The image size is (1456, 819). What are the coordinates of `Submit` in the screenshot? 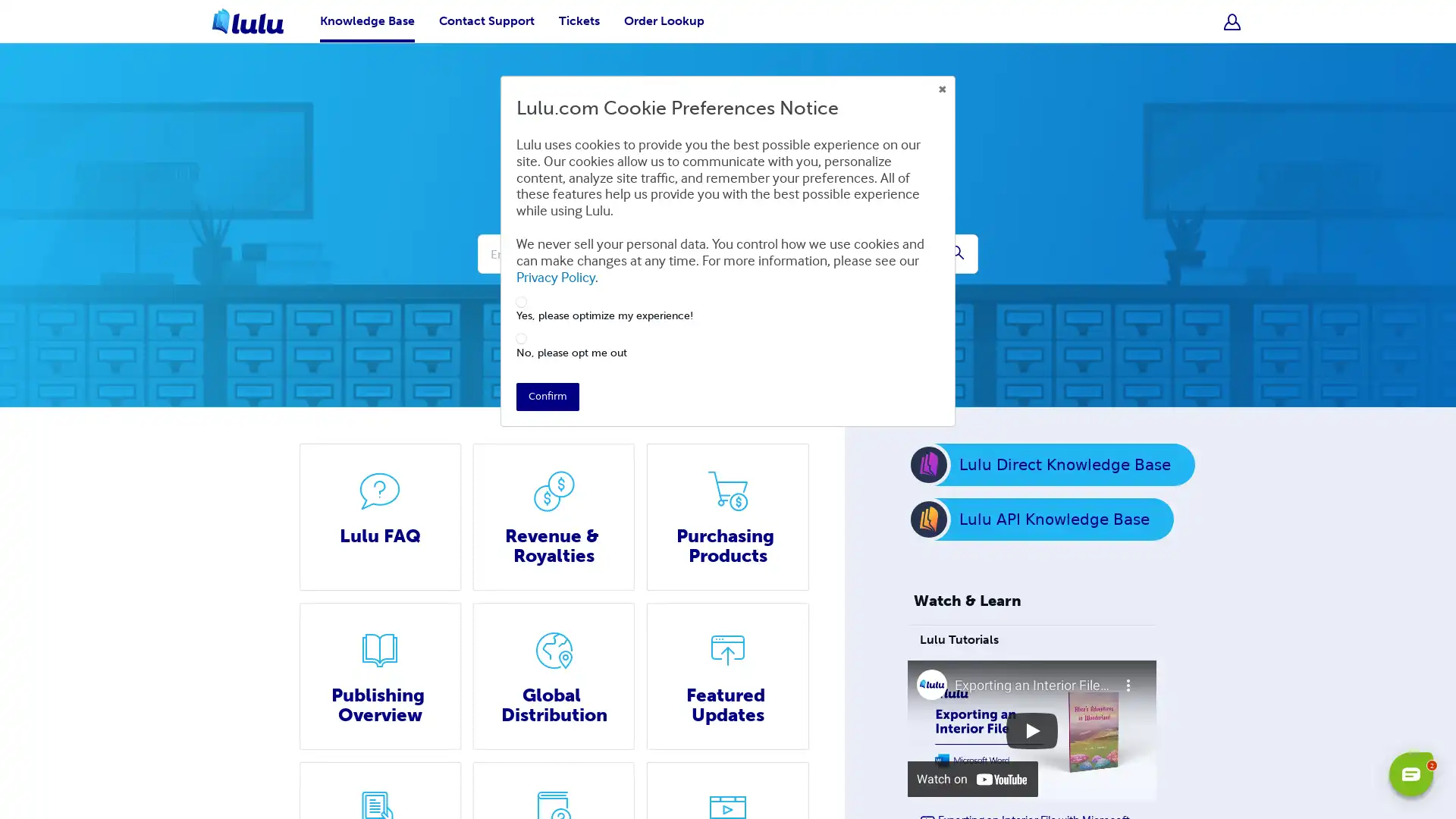 It's located at (956, 253).